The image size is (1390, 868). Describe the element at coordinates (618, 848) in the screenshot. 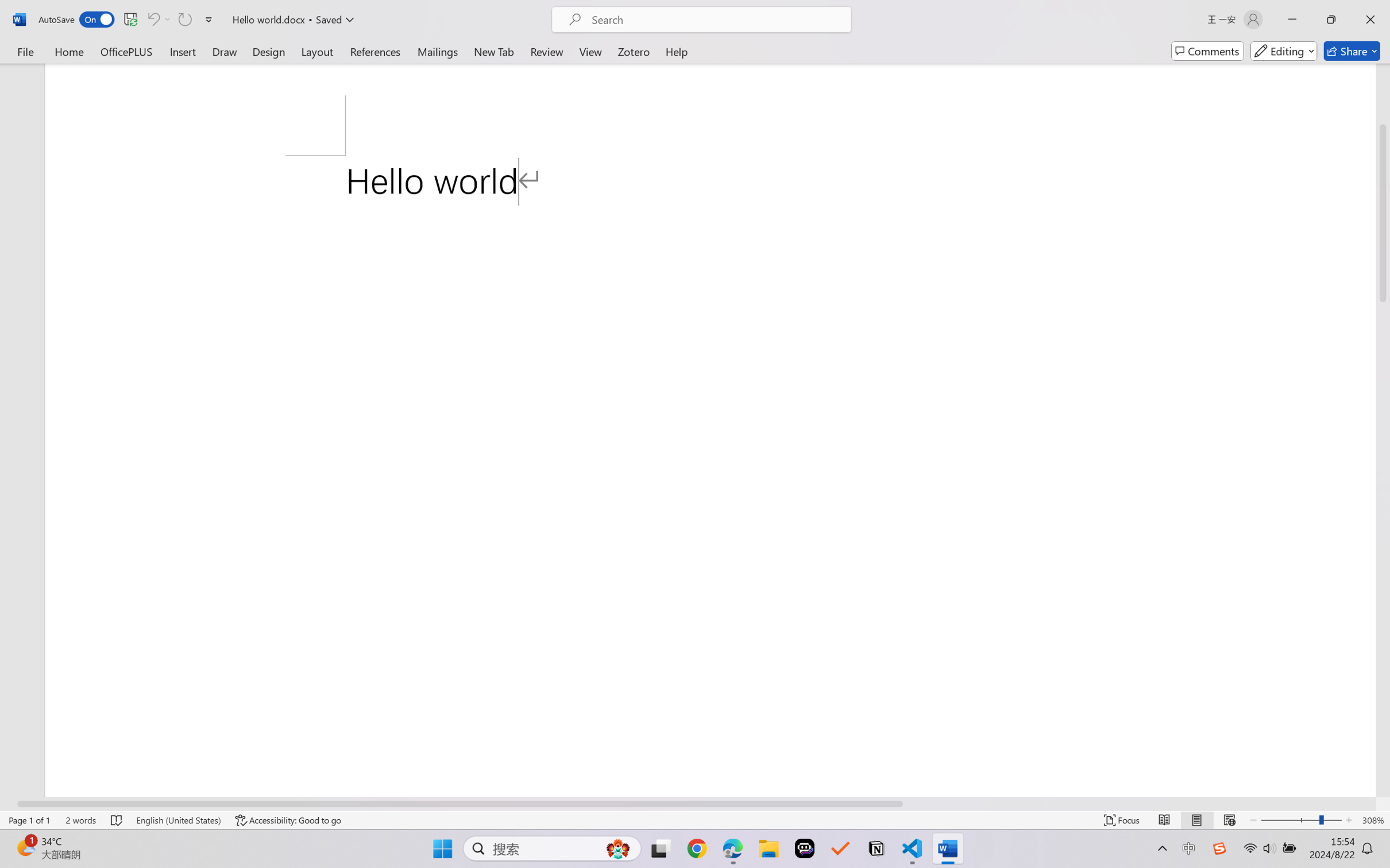

I see `'AutomationID: DynamicSearchBoxGleamImage'` at that location.